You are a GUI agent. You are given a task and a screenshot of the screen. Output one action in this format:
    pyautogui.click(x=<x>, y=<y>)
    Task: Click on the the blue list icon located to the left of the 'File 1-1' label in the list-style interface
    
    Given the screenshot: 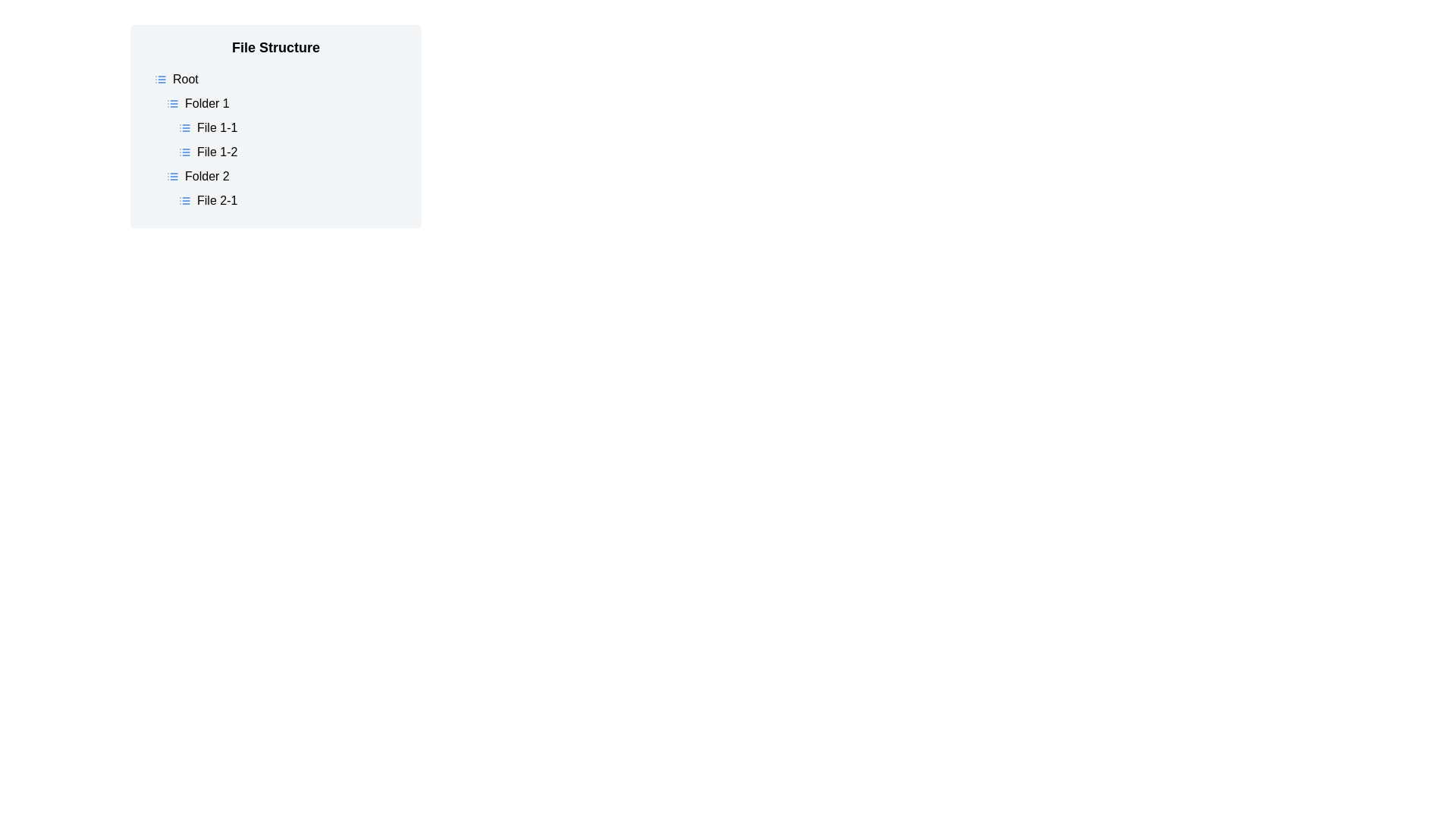 What is the action you would take?
    pyautogui.click(x=184, y=127)
    